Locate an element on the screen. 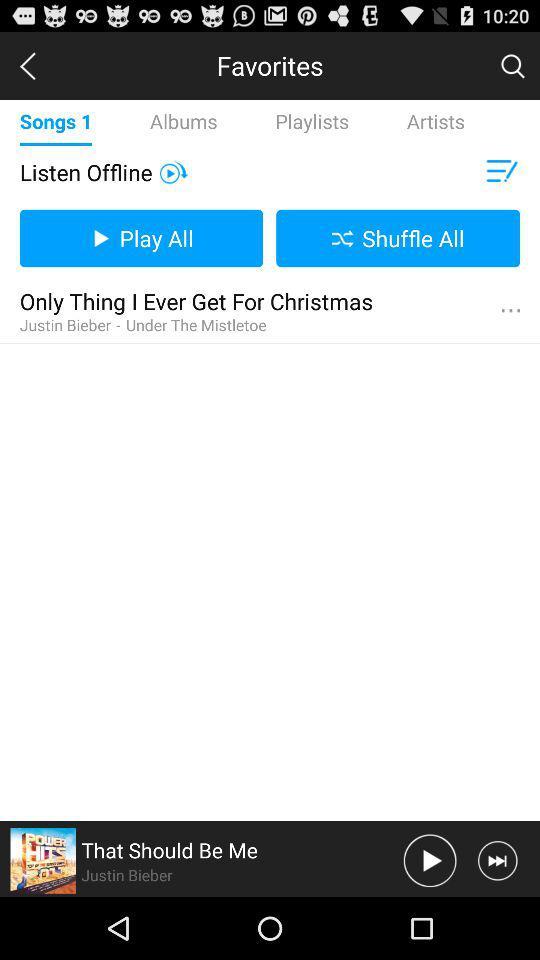  search box is located at coordinates (512, 65).